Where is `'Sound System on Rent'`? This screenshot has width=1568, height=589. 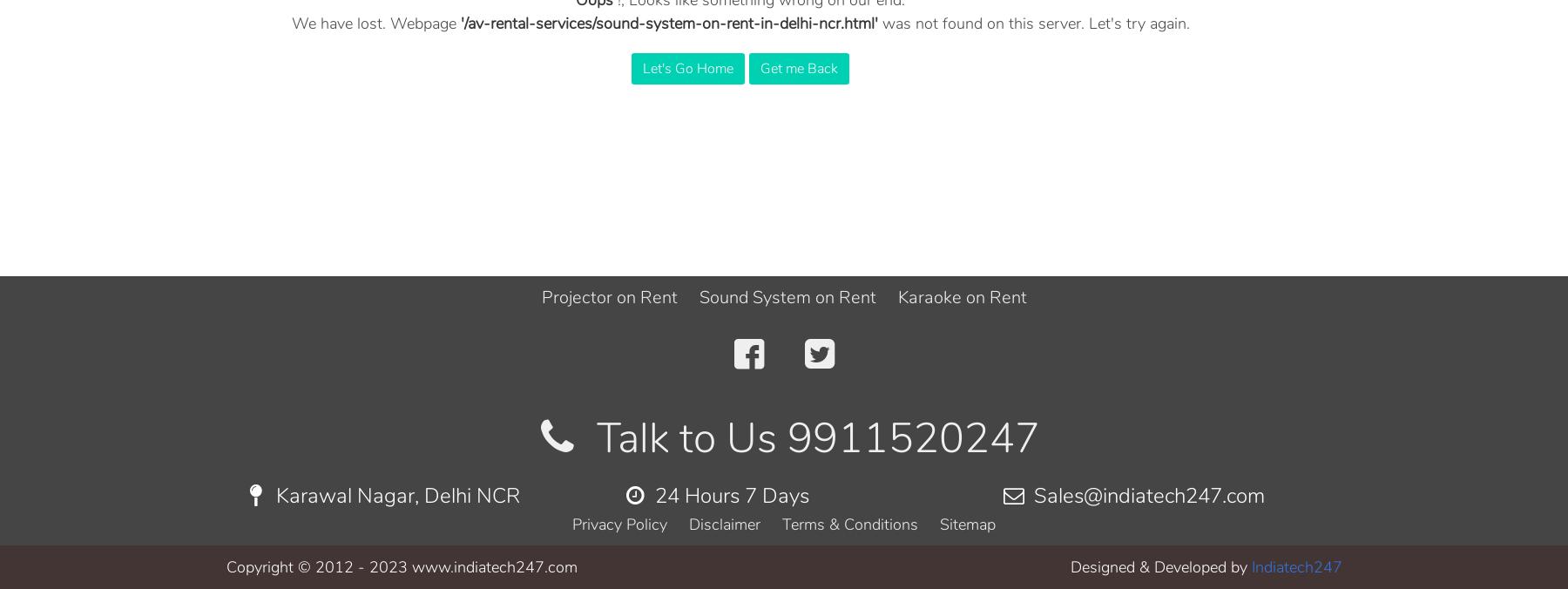 'Sound System on Rent' is located at coordinates (699, 296).